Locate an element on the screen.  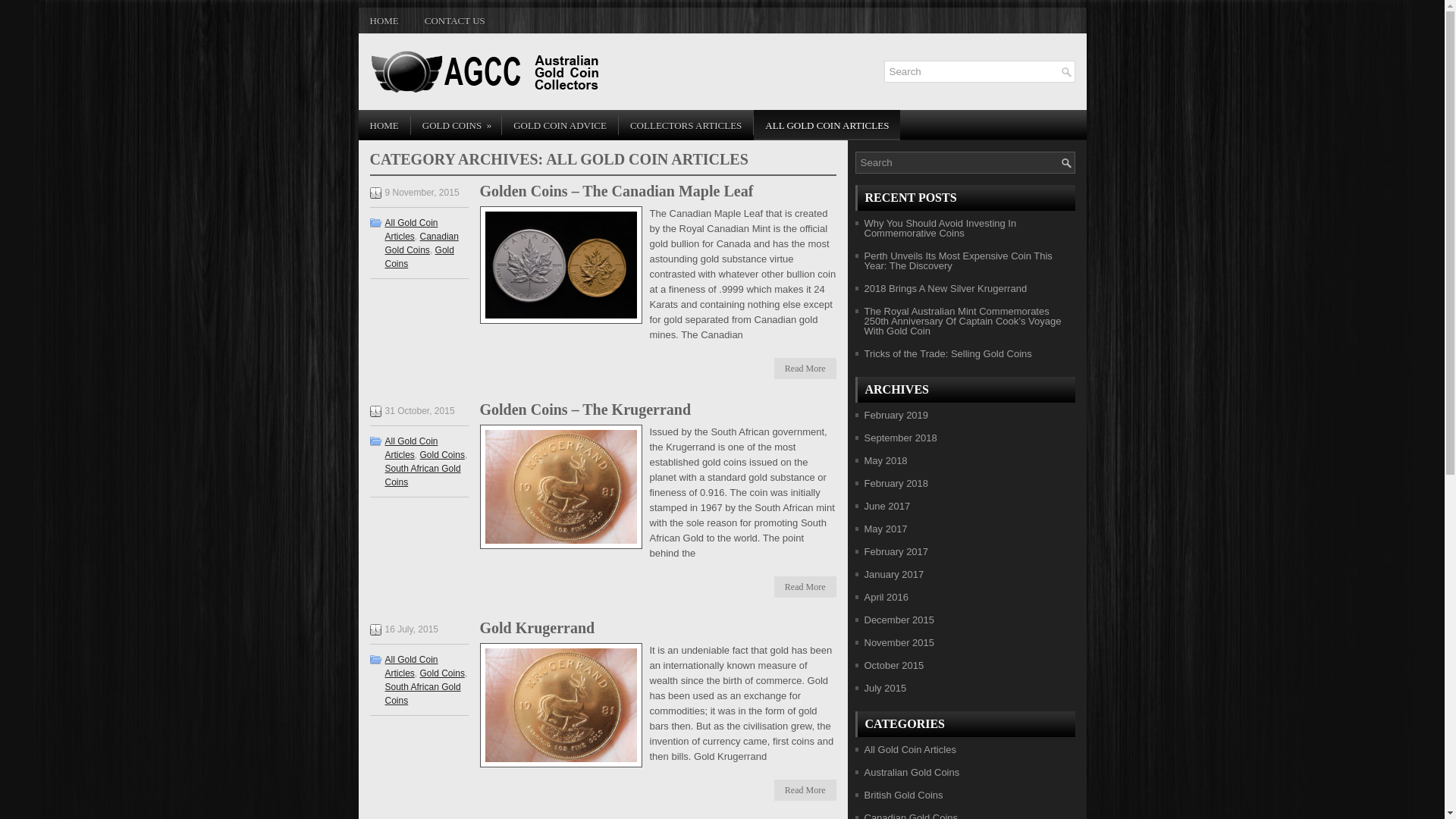
'South African Gold Coins' is located at coordinates (422, 693).